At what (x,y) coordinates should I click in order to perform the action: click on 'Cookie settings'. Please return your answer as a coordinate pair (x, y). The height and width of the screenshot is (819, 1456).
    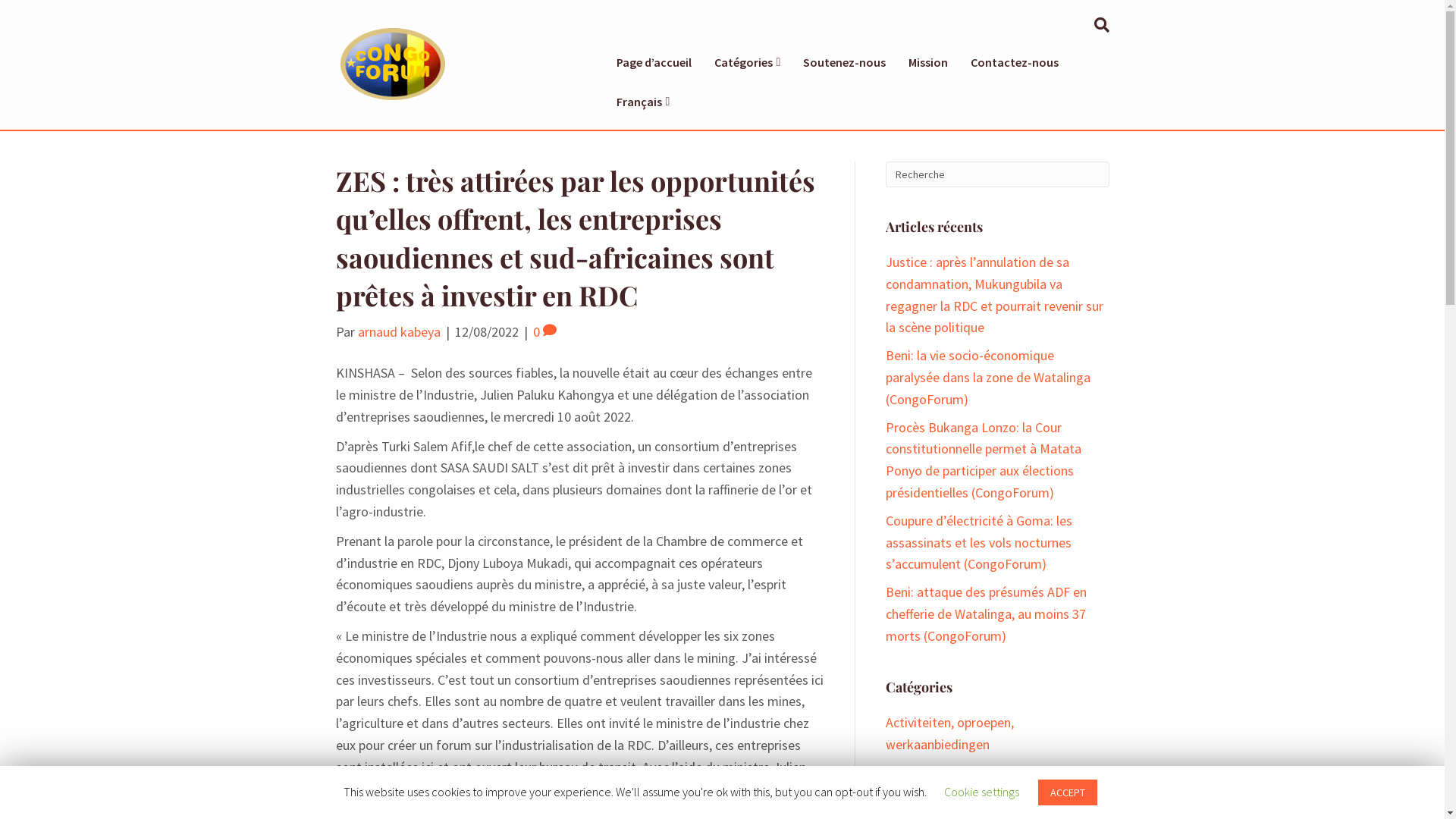
    Looking at the image, I should click on (943, 791).